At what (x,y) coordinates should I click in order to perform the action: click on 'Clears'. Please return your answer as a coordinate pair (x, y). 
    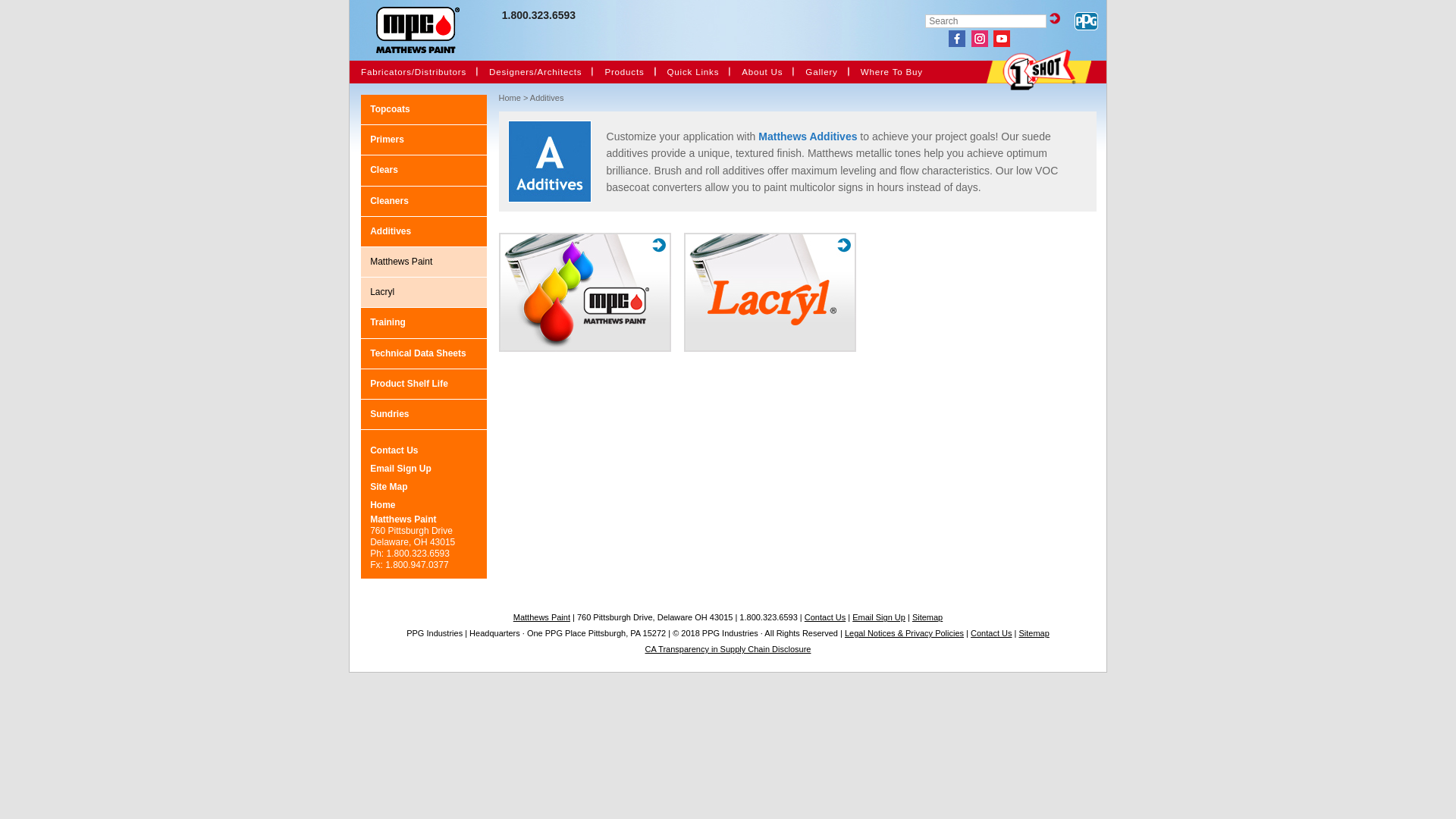
    Looking at the image, I should click on (384, 169).